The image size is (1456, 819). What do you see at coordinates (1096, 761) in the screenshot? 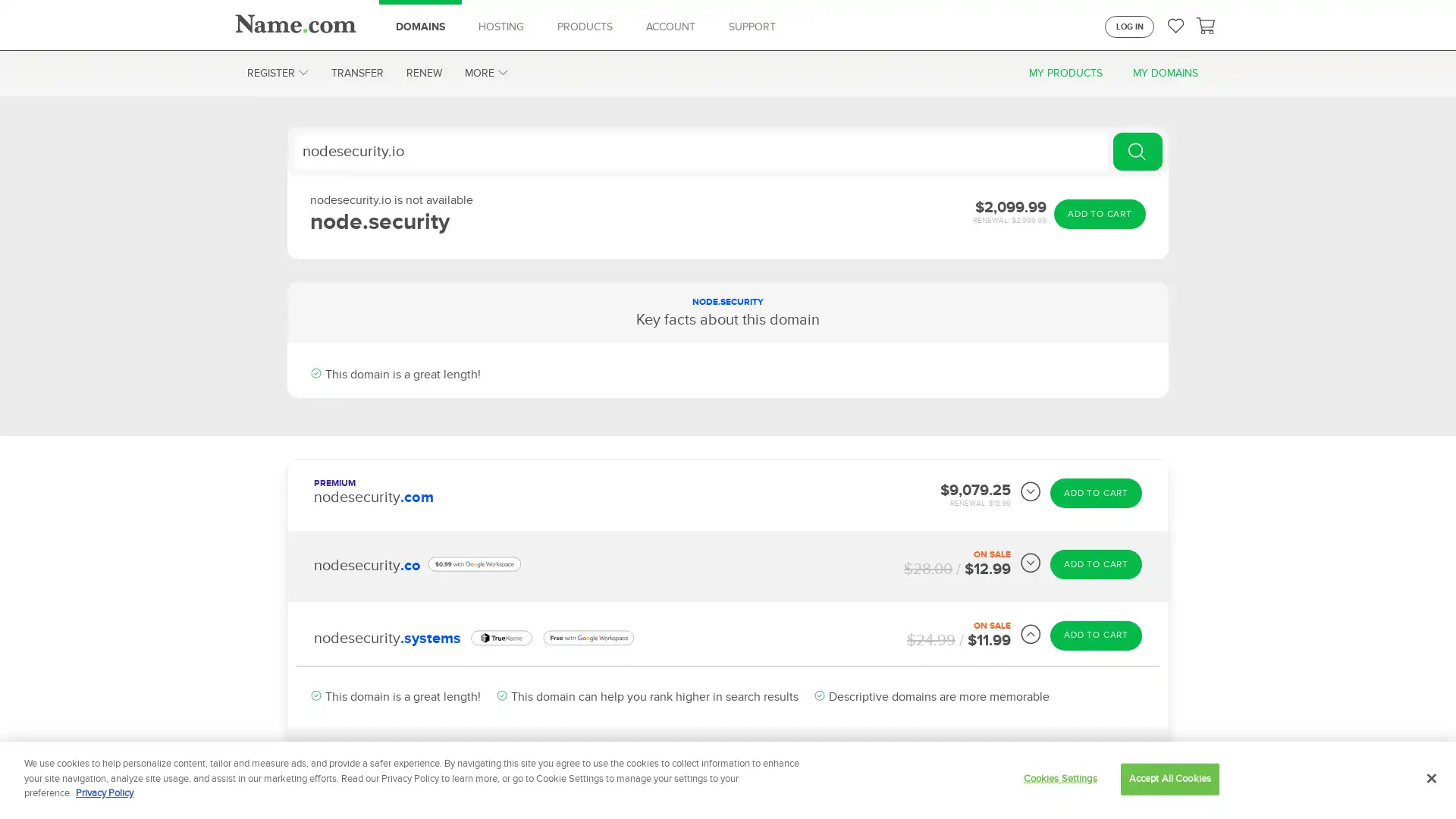
I see `ADD TO CART` at bounding box center [1096, 761].